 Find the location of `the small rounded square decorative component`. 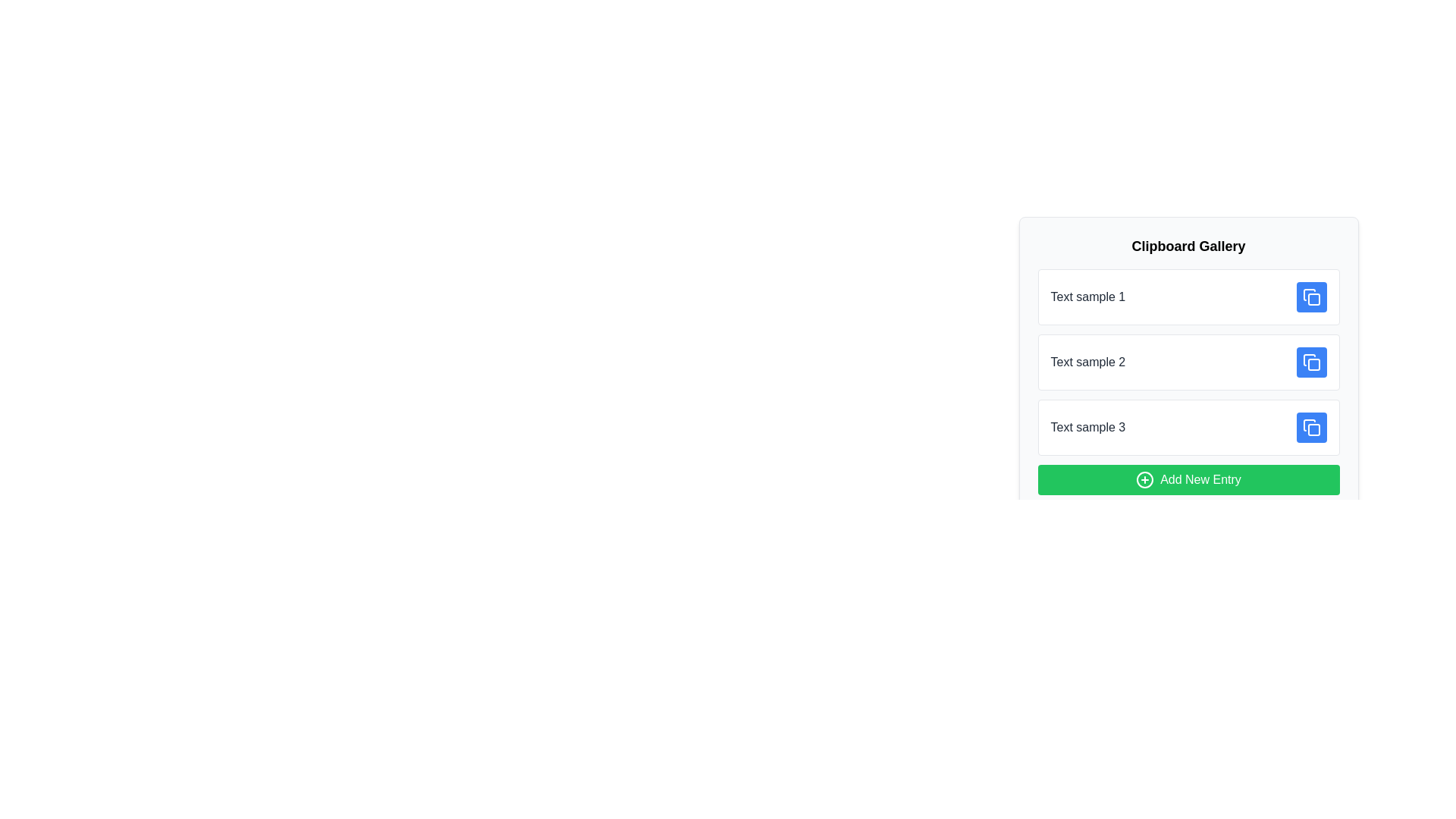

the small rounded square decorative component is located at coordinates (1313, 365).